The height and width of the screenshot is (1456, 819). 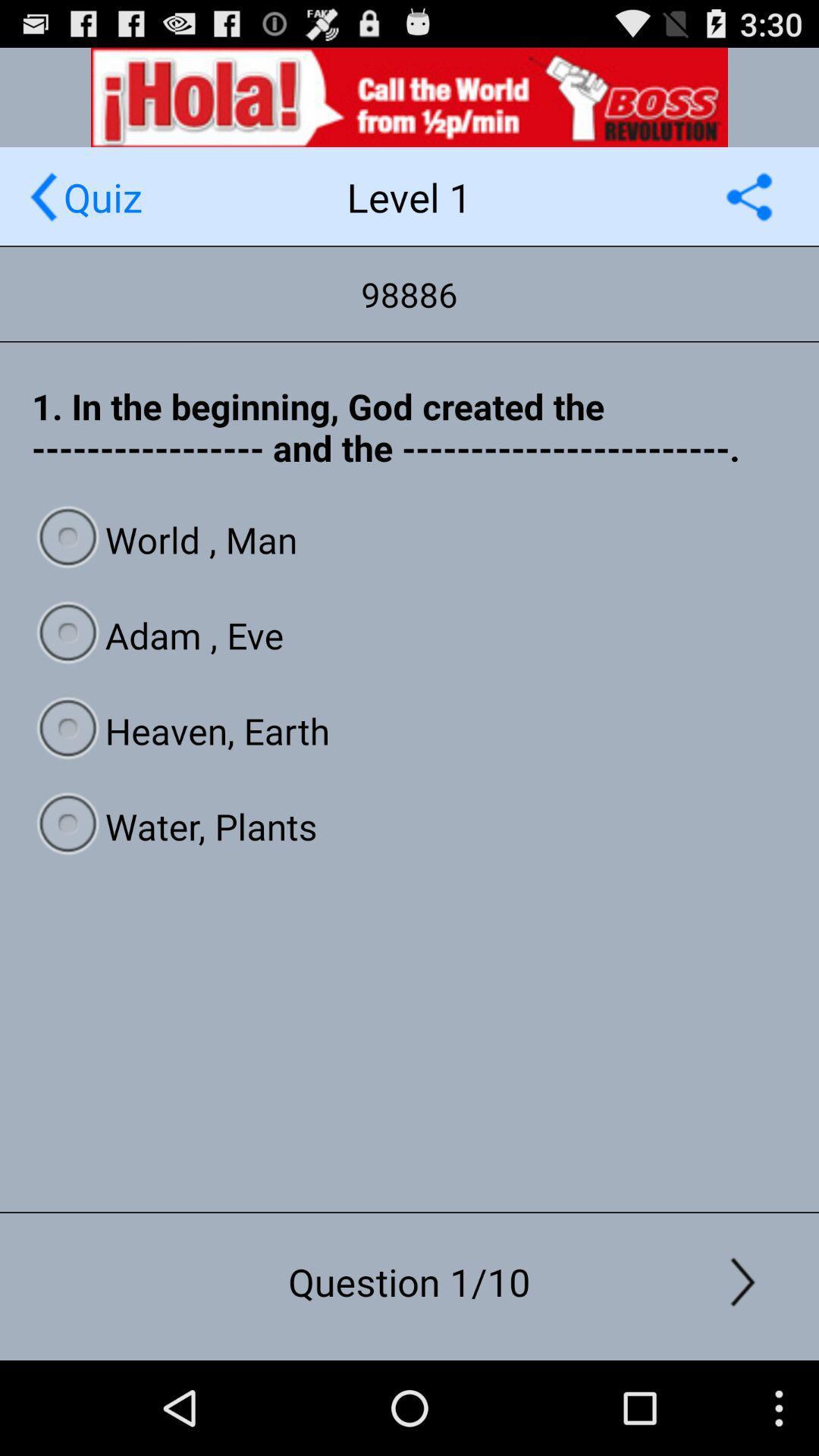 What do you see at coordinates (42, 196) in the screenshot?
I see `page` at bounding box center [42, 196].